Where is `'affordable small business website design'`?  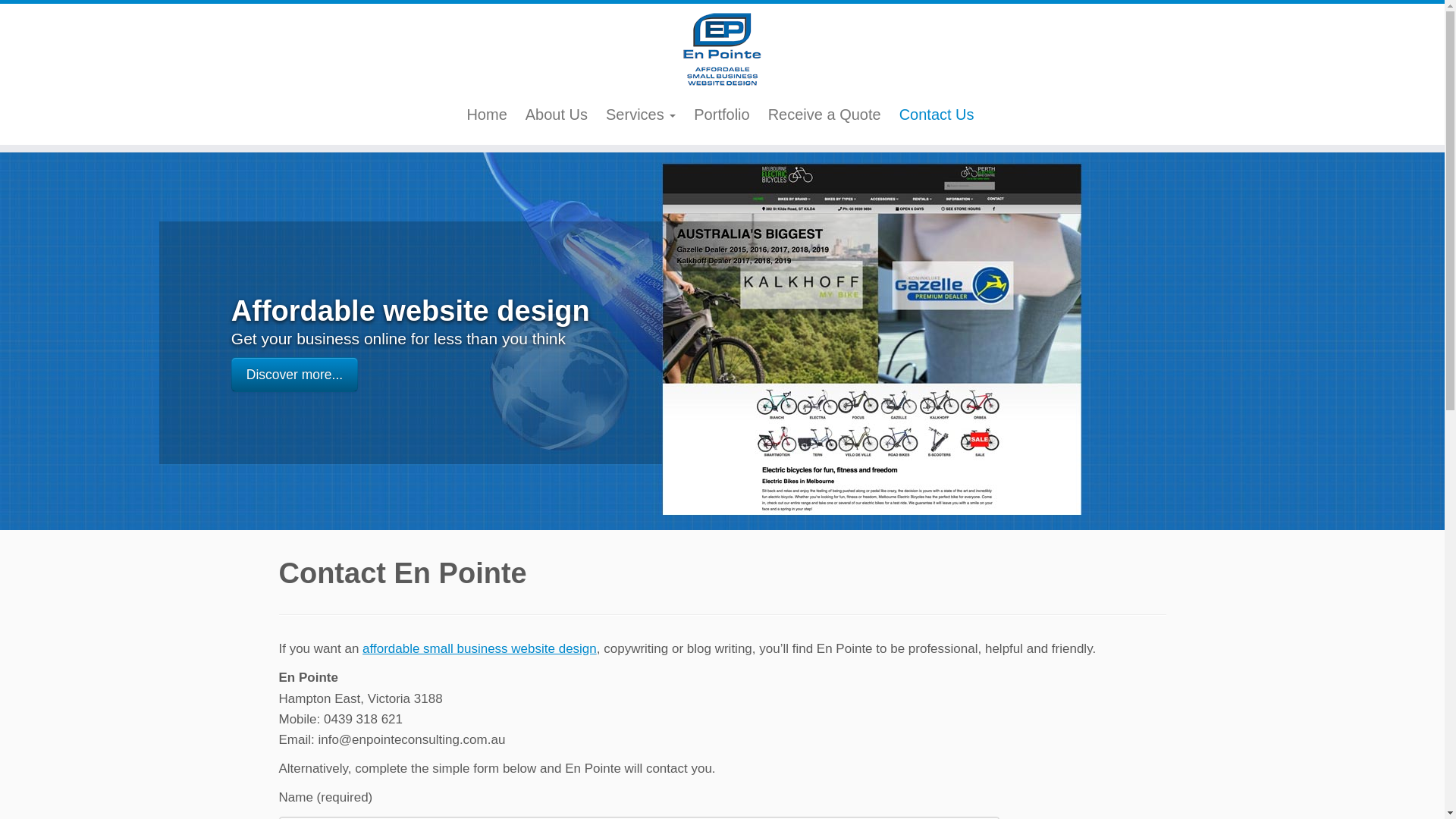 'affordable small business website design' is located at coordinates (479, 648).